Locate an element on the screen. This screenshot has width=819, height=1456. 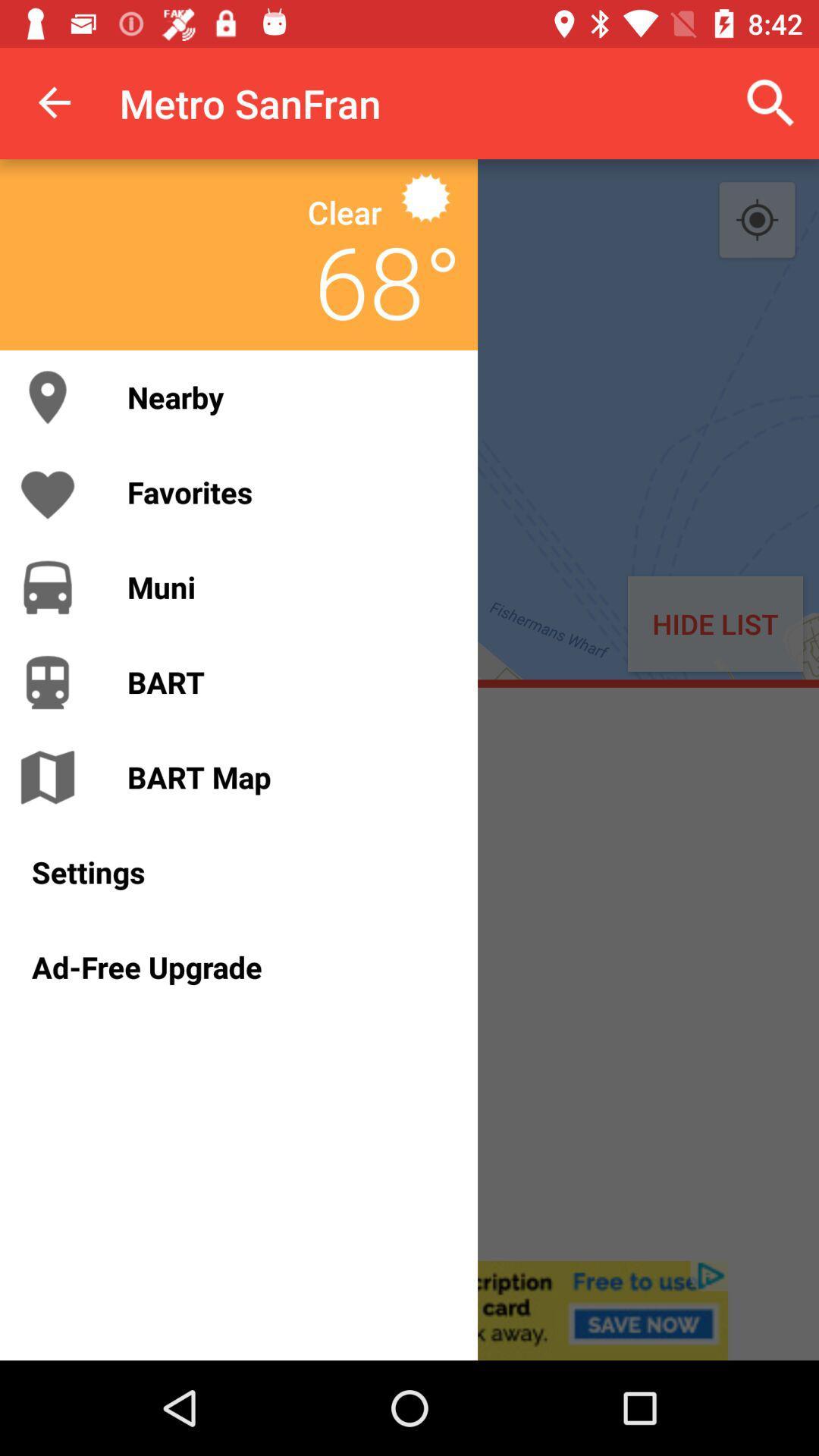
the location_crosshair icon is located at coordinates (757, 220).